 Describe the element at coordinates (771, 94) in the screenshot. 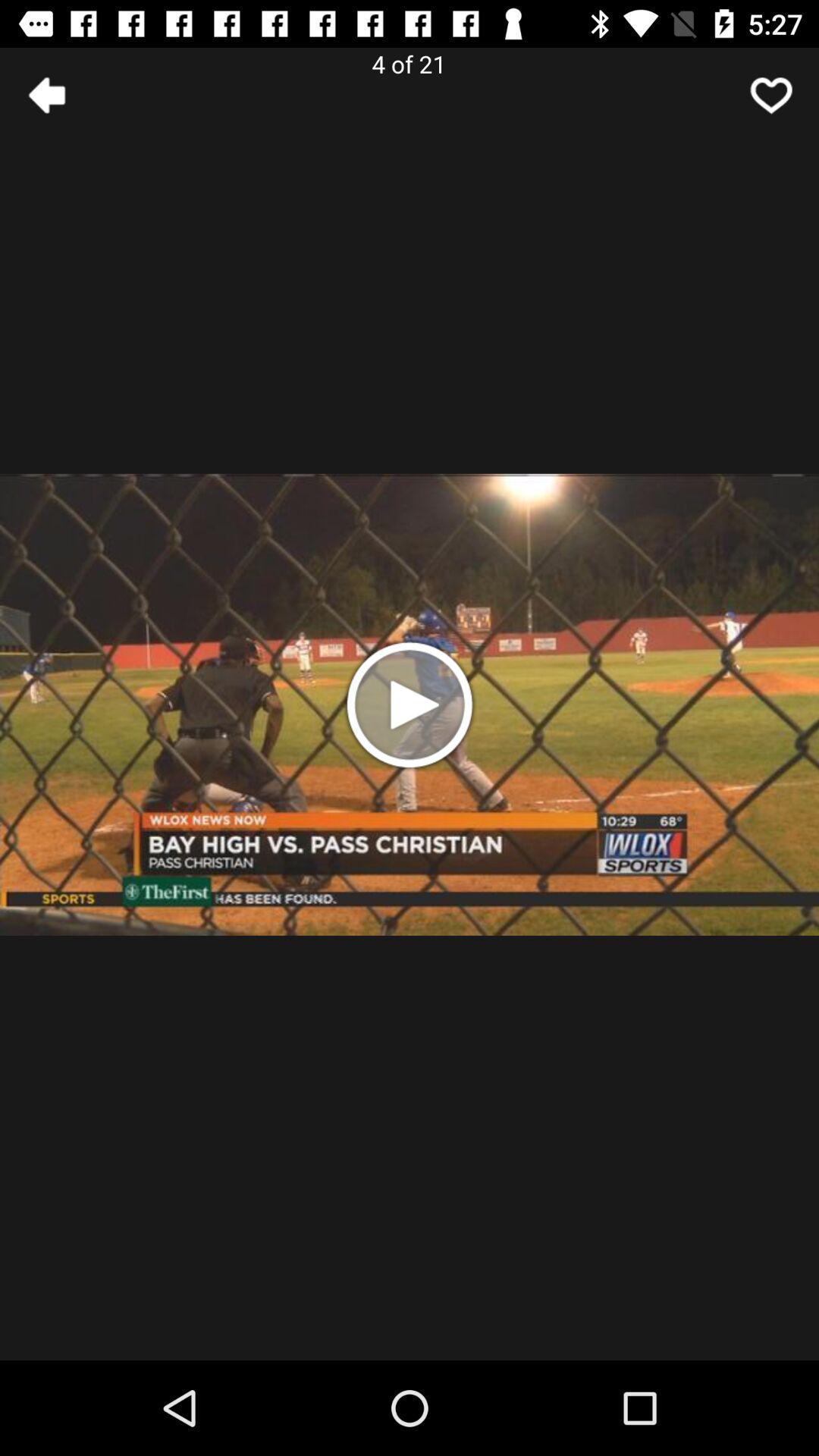

I see `click arrow button` at that location.